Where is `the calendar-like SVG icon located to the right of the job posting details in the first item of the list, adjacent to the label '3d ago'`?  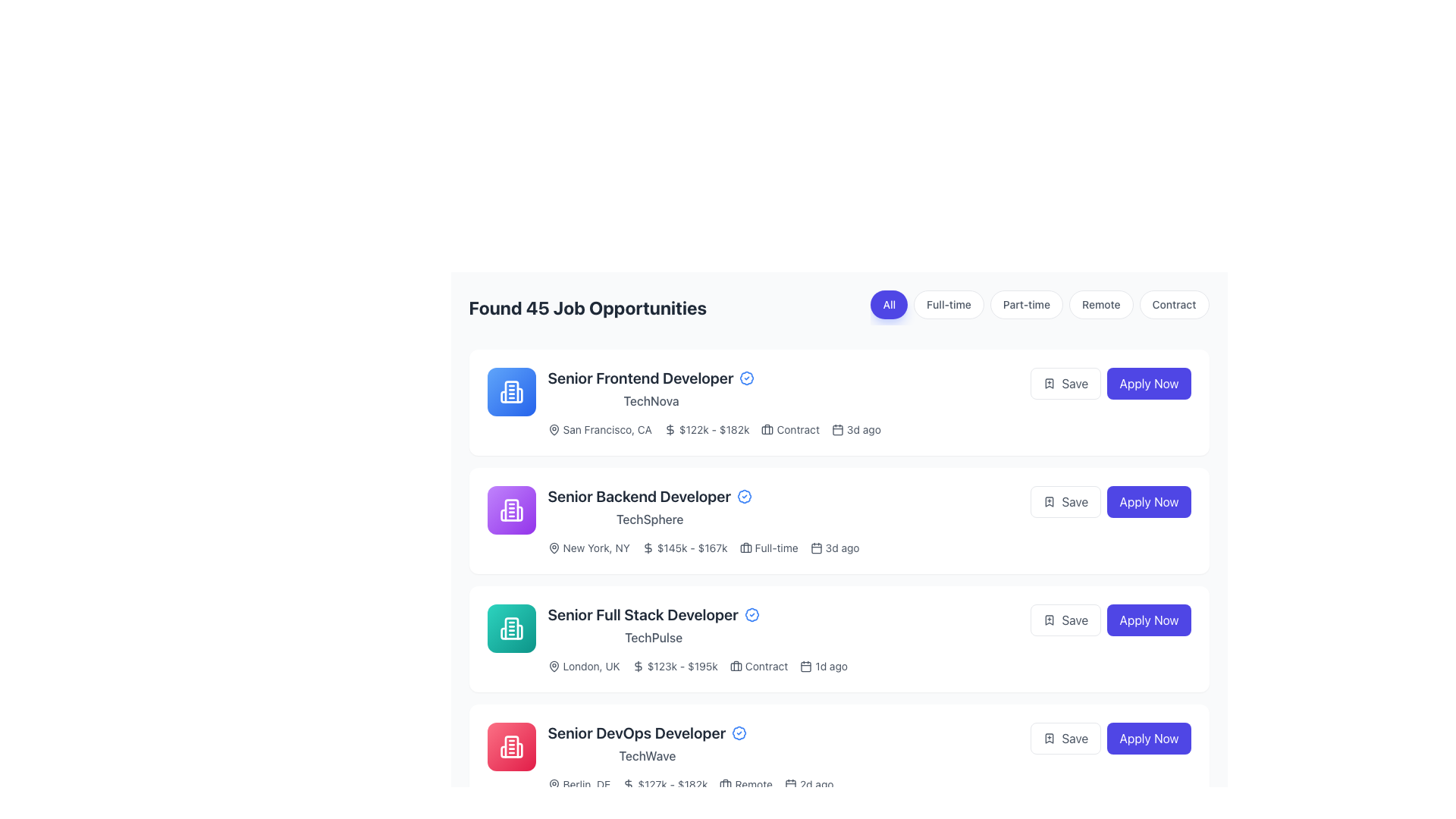 the calendar-like SVG icon located to the right of the job posting details in the first item of the list, adjacent to the label '3d ago' is located at coordinates (836, 430).